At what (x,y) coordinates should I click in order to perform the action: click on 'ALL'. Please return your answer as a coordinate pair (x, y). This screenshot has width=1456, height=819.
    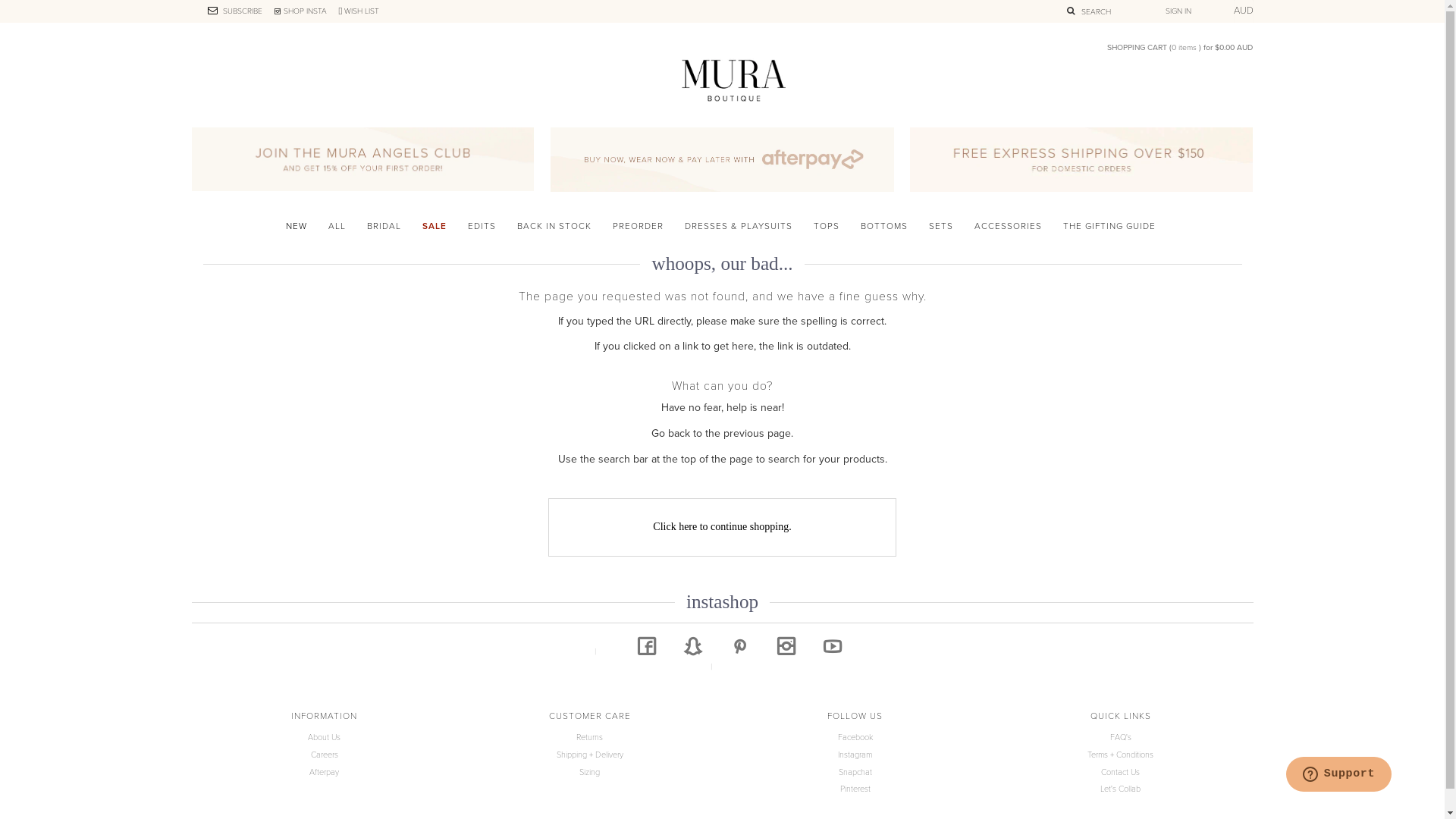
    Looking at the image, I should click on (336, 226).